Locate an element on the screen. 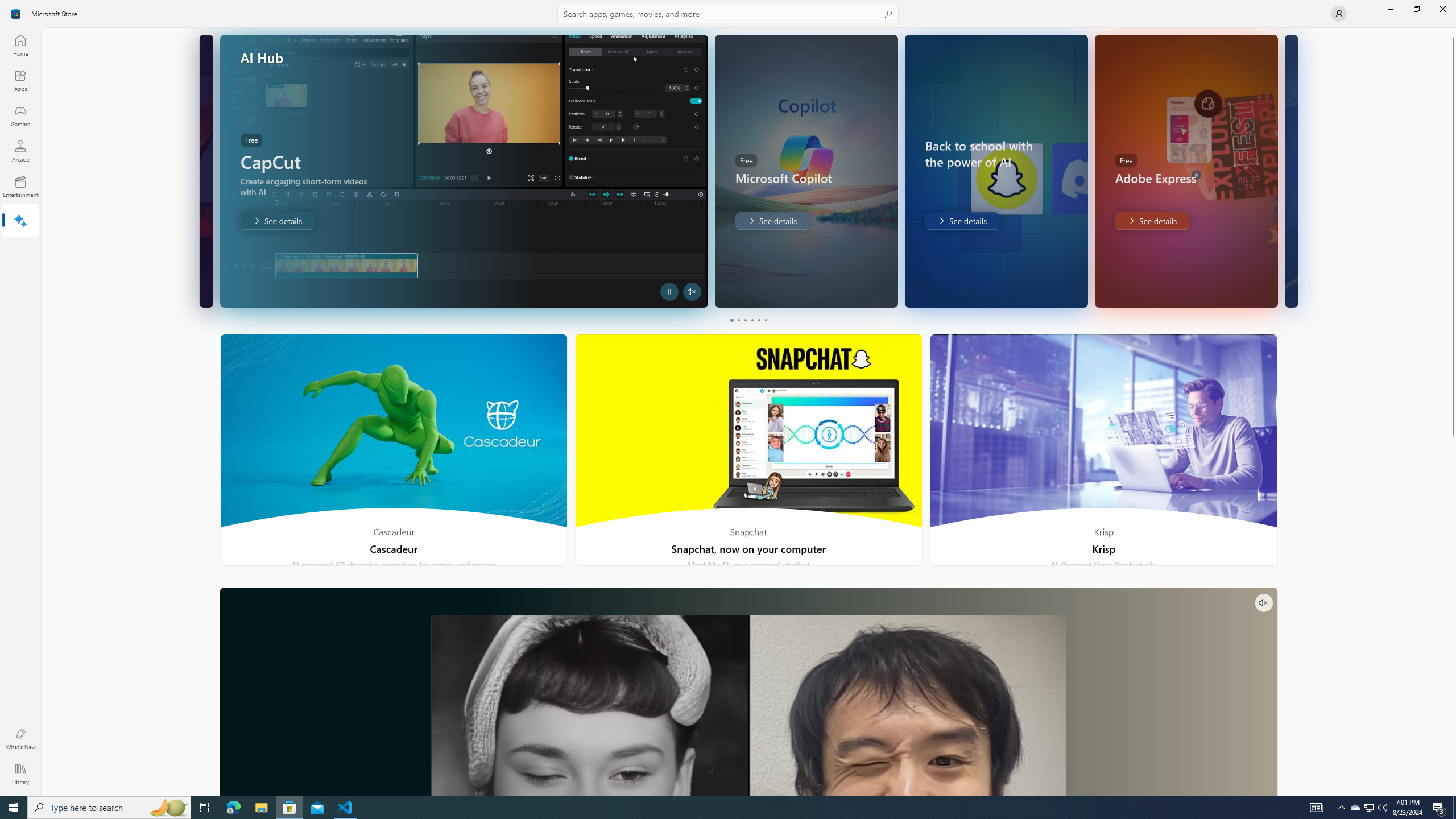  'Page 5' is located at coordinates (758, 320).